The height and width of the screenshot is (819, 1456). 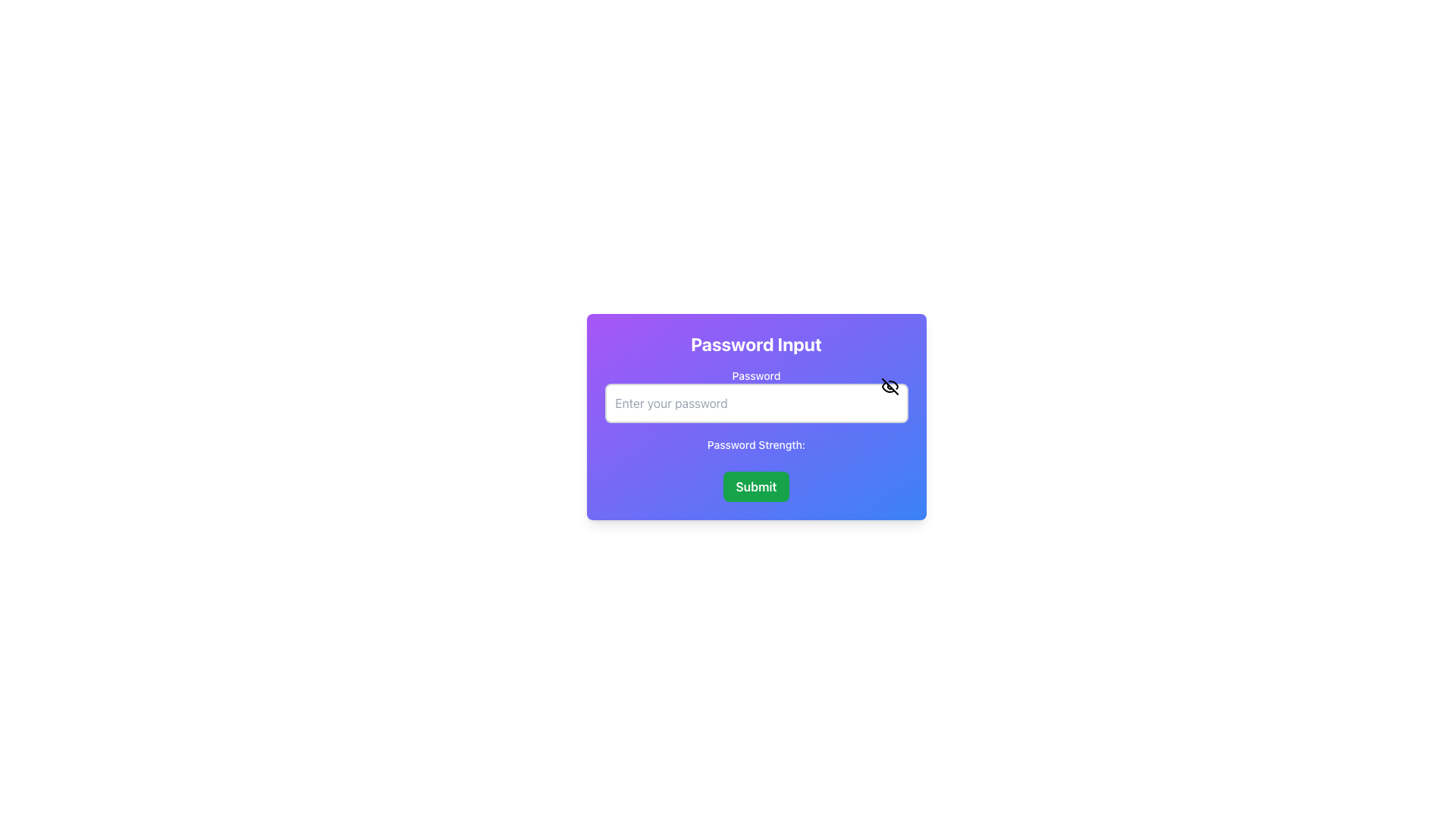 I want to click on the 'Password' text label element, which is styled in medium bold font and positioned above the password input field, so click(x=756, y=375).